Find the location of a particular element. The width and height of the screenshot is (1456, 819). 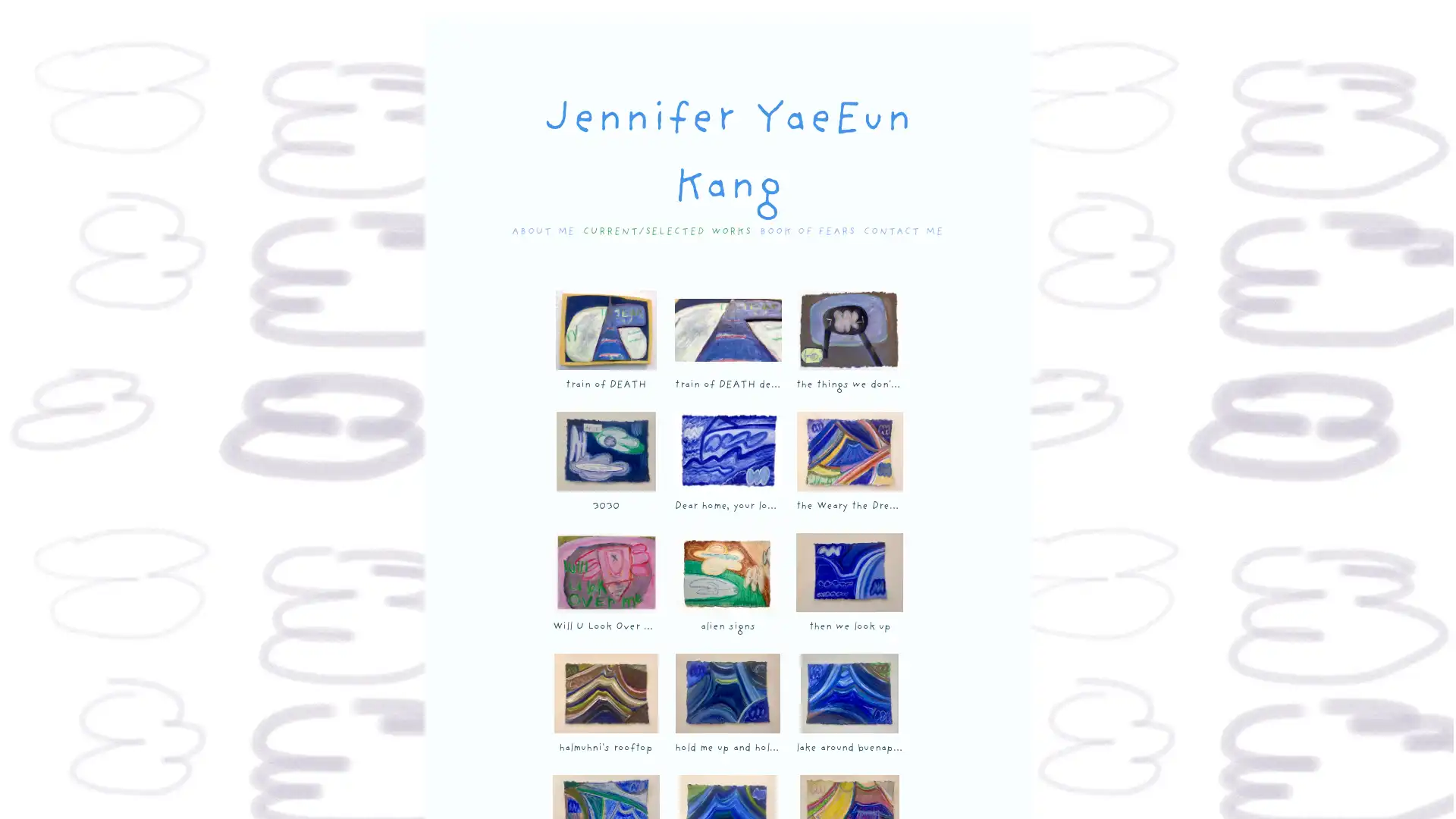

View fullsize train of DEATH detail shot is located at coordinates (726, 329).